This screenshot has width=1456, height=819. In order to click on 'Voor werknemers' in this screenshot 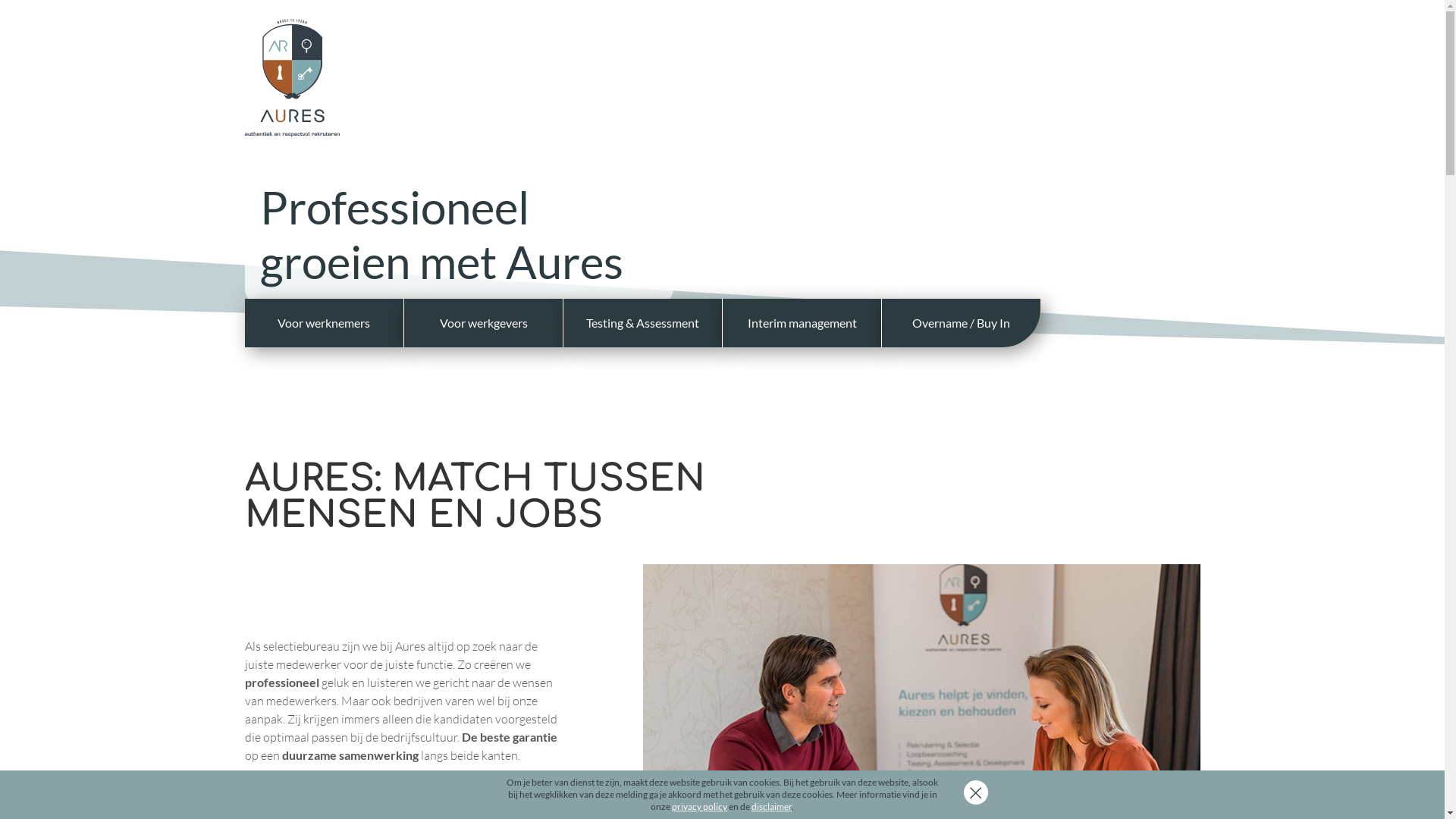, I will do `click(243, 322)`.